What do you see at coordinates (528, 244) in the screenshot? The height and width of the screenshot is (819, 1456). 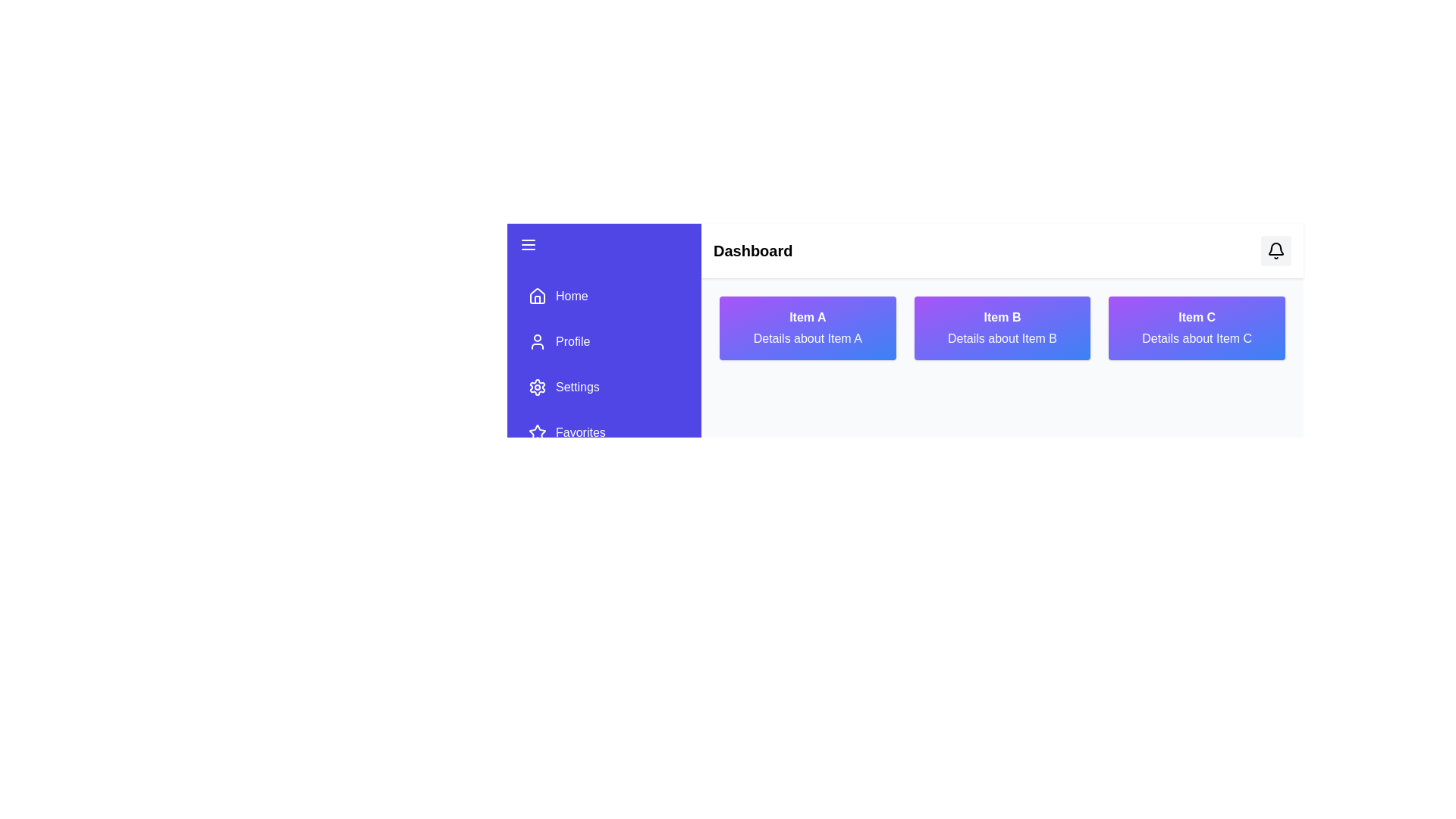 I see `the icon button located at the top of the left vertical sidebar menu` at bounding box center [528, 244].